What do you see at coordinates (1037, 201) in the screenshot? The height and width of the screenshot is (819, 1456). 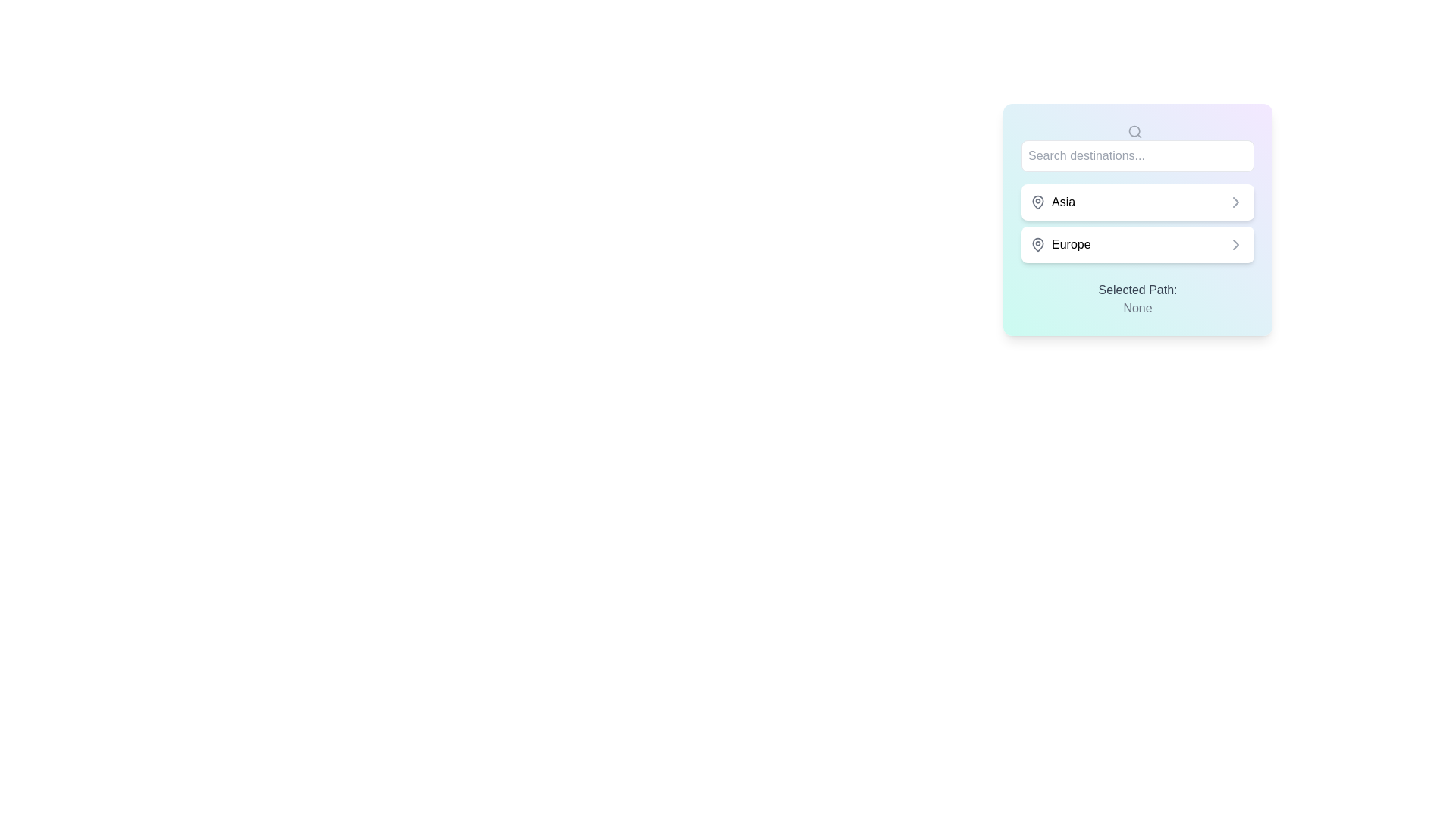 I see `the gray rounded map pin icon located to the left of the text 'Asia' in the UI` at bounding box center [1037, 201].